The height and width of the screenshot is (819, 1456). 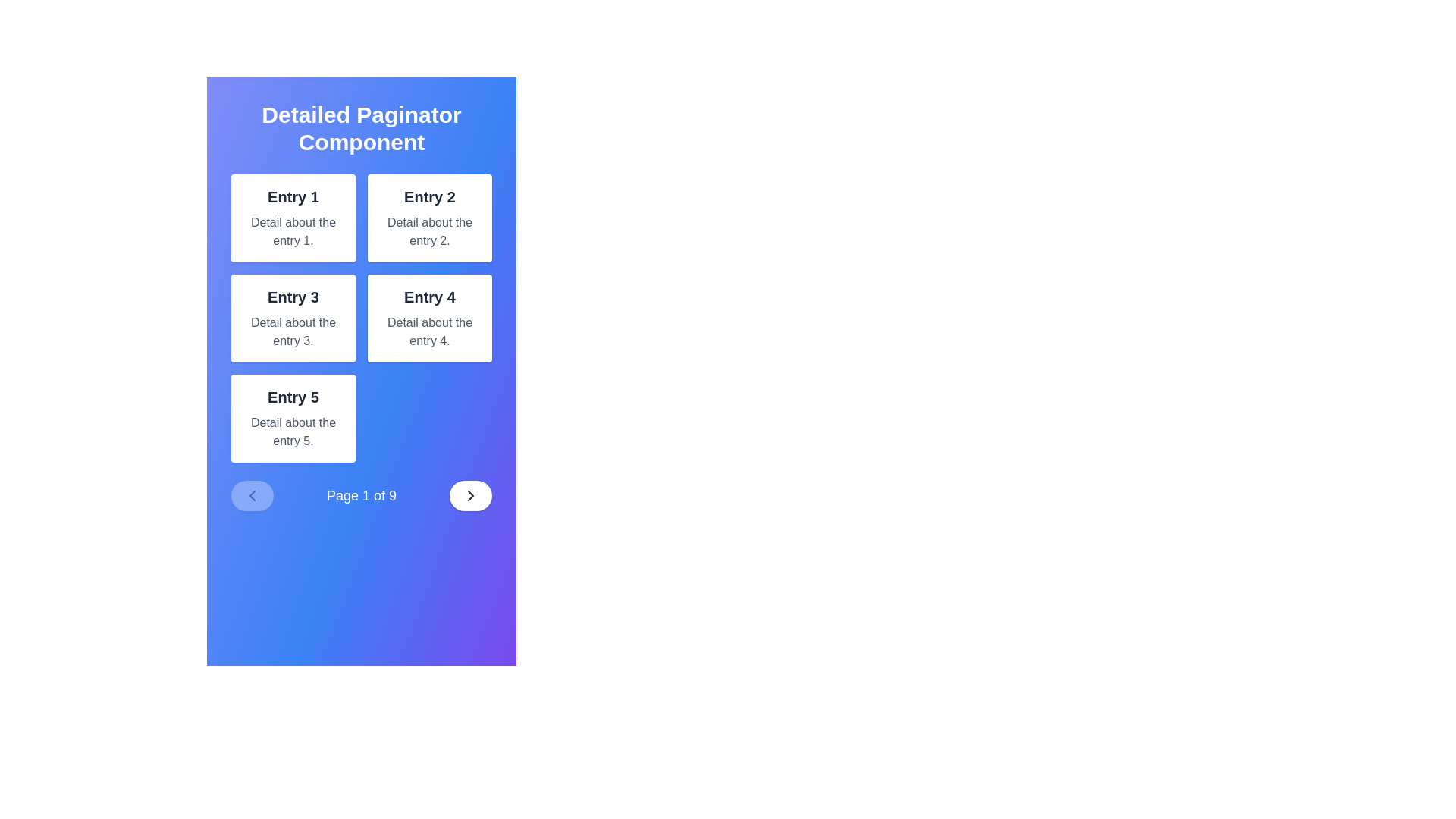 I want to click on the 'Next Page' button located at the bottom-right corner of the pagination navigation bar to activate hover effects, so click(x=469, y=496).